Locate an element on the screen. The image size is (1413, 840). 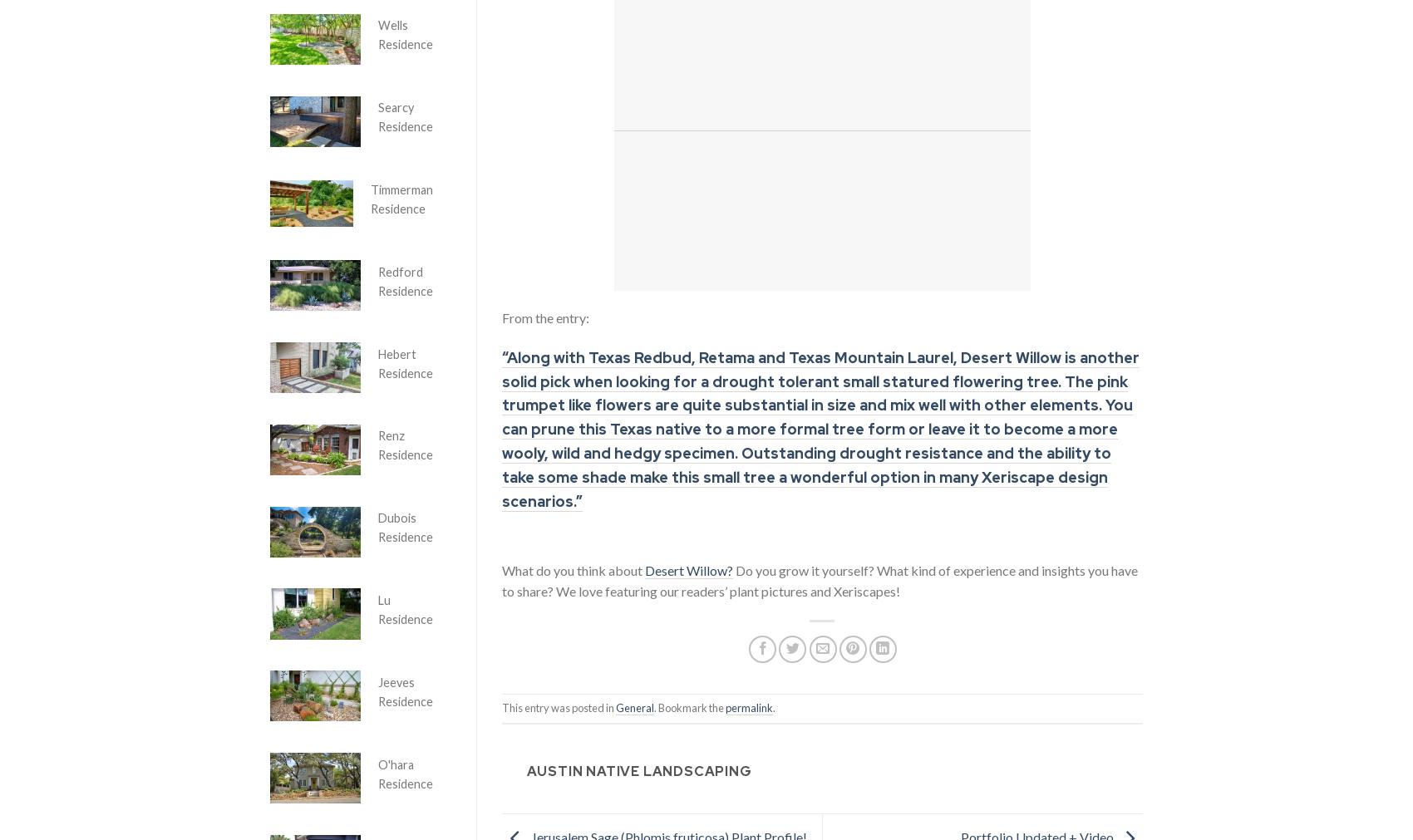
'“Along with Texas Redbud, Retama and Texas Mountain Laurel, Desert Willow is another solid pick when looking for a drought tolerant small statured flowering tree. The pink trumpet like flowers are quite substantial in size and mix well with other elements. You can prune this Texas native to a more formal tree form or leave it to become a more wooly, wild and hedgy specimen. Outstanding drought resistance and the ability to take some shade make this small tree a wonderful option in many Xeriscape design scenarios.”' is located at coordinates (819, 429).